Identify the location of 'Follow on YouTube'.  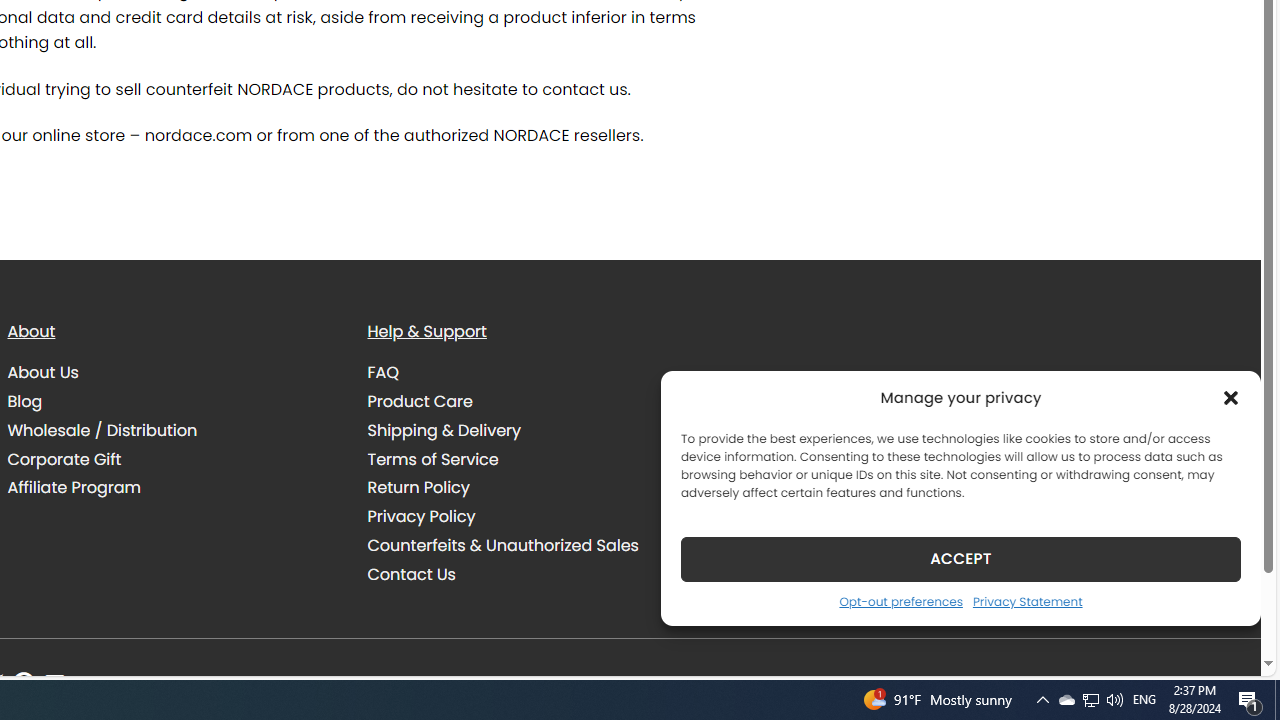
(55, 683).